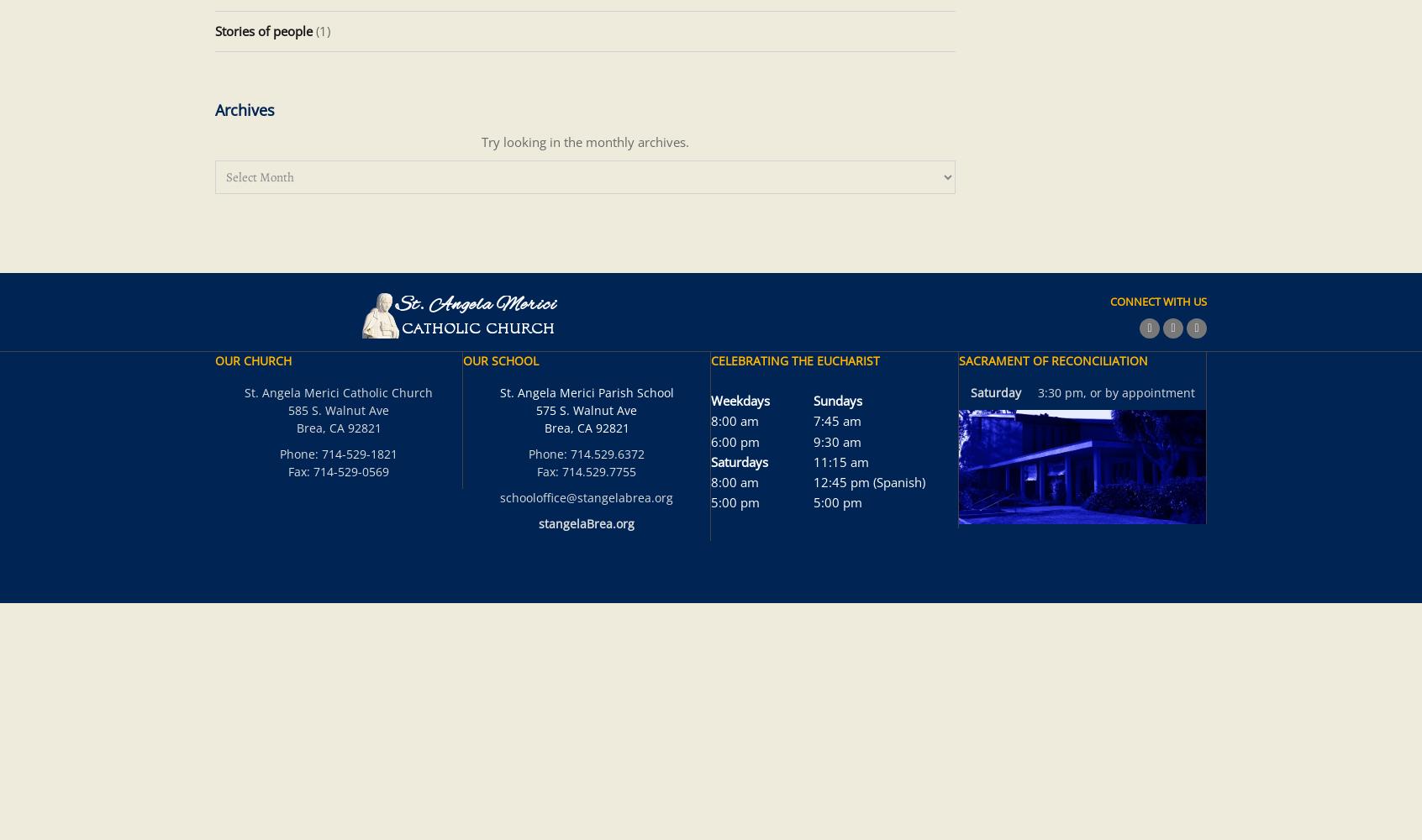 This screenshot has width=1422, height=840. Describe the element at coordinates (499, 360) in the screenshot. I see `'Our School'` at that location.